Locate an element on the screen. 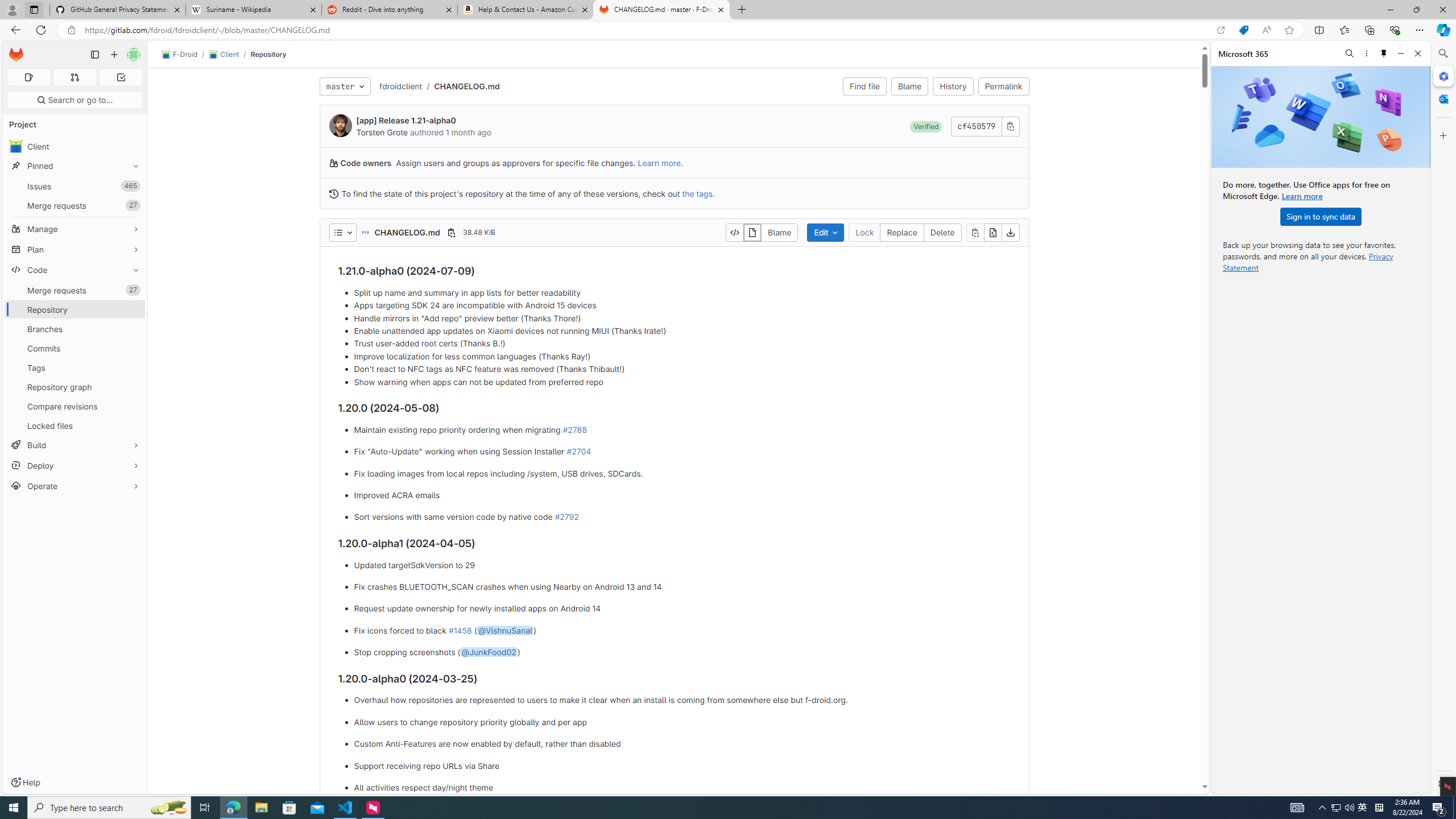 The width and height of the screenshot is (1456, 819). 'Pin Locked files' is located at coordinates (133, 425).